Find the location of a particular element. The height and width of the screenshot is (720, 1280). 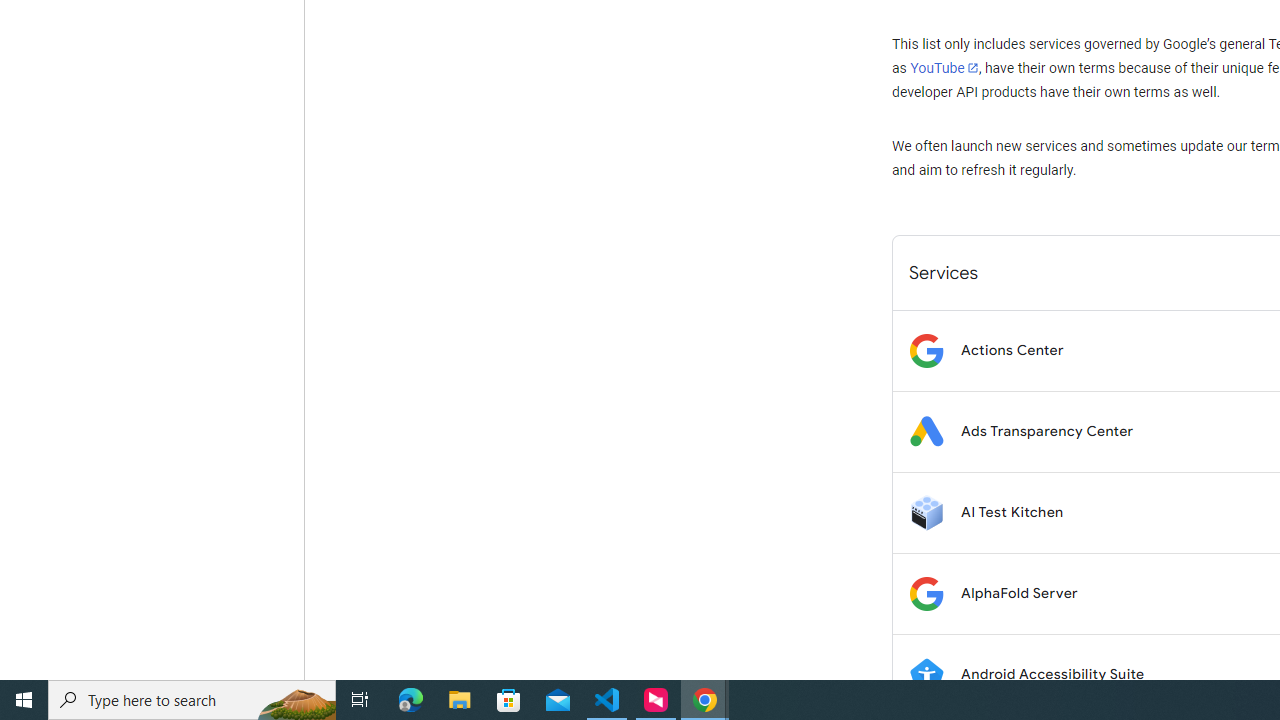

'Logo for AI Test Kitchen' is located at coordinates (925, 511).